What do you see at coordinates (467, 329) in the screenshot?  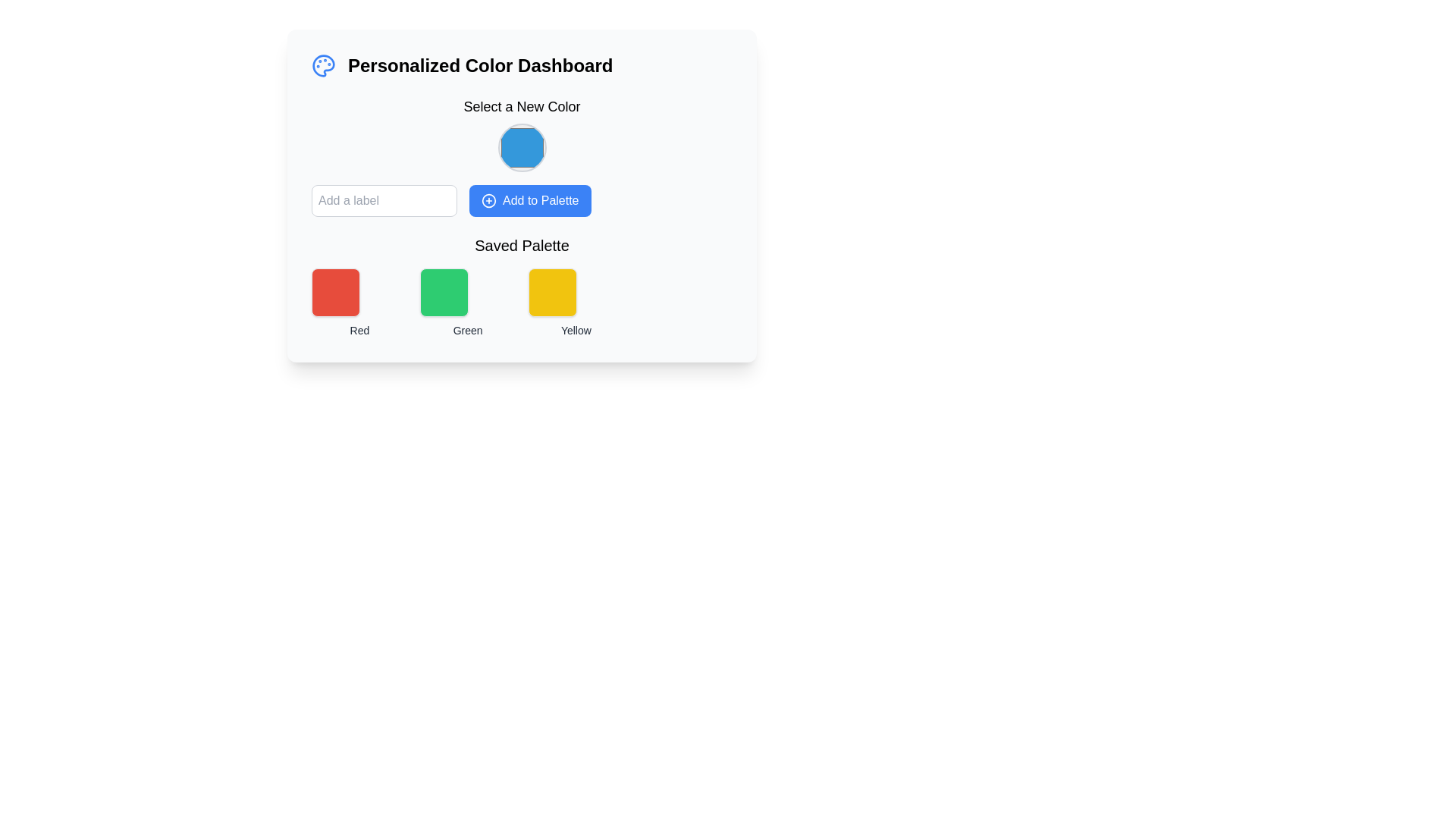 I see `the text label displaying the word 'Green', which is styled with a gray color and positioned below a green square swatch in the 'Saved Palette' section` at bounding box center [467, 329].